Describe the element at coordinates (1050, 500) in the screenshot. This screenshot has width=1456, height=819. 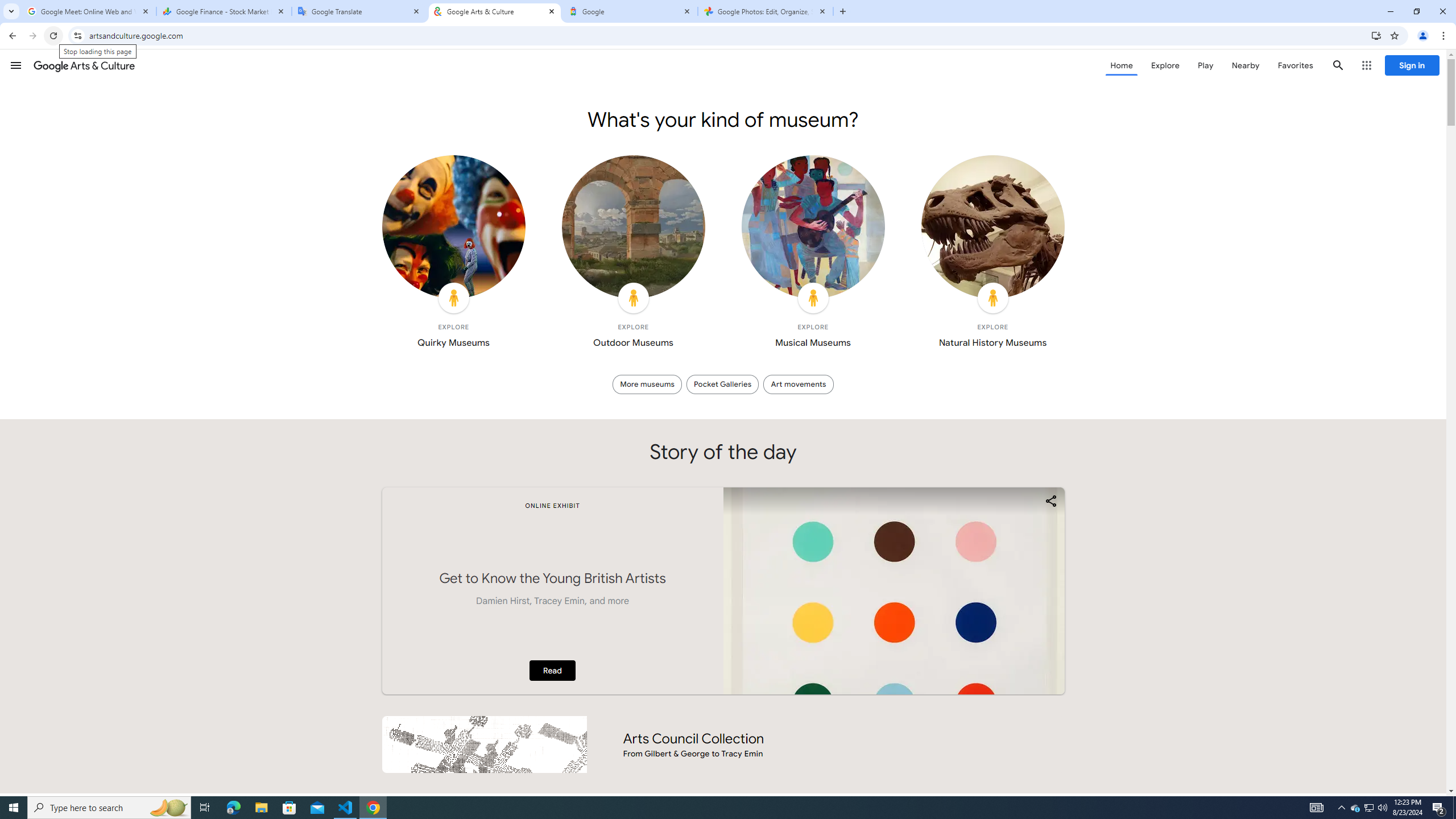
I see `'Share "Get to Know the Young British Artists"'` at that location.